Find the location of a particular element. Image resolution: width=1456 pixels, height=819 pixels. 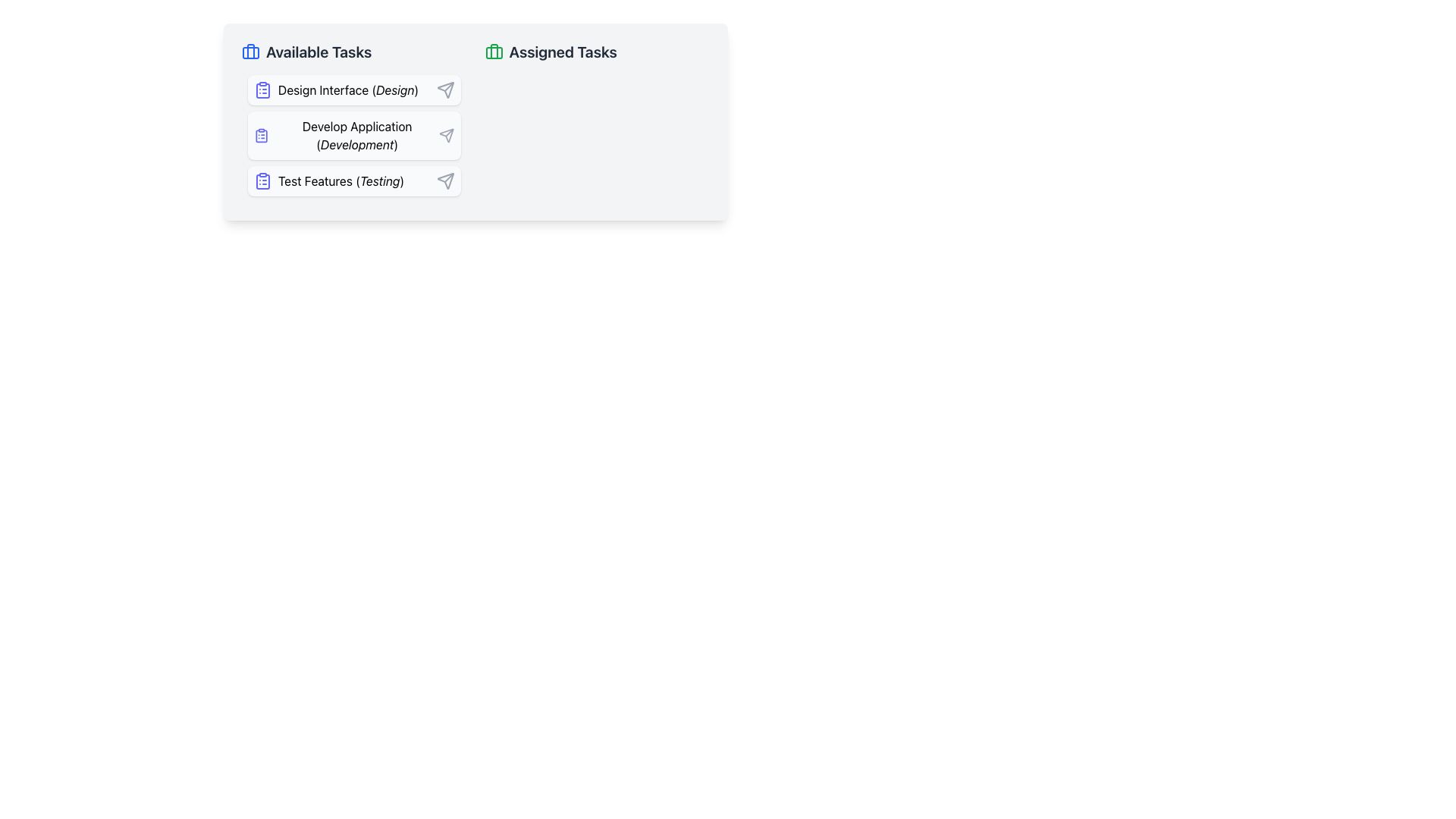

the decorative icon located at the right end of the 'Test Features (Testing)' task in the 'Available Tasks' section is located at coordinates (444, 180).